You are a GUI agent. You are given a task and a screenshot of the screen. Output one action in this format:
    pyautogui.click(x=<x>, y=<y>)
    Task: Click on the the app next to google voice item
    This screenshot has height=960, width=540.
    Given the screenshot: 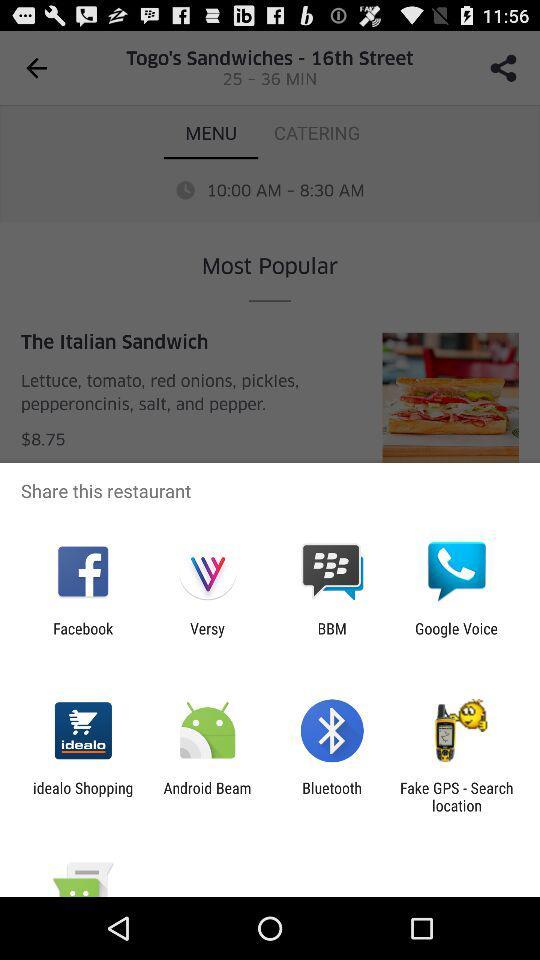 What is the action you would take?
    pyautogui.click(x=332, y=636)
    